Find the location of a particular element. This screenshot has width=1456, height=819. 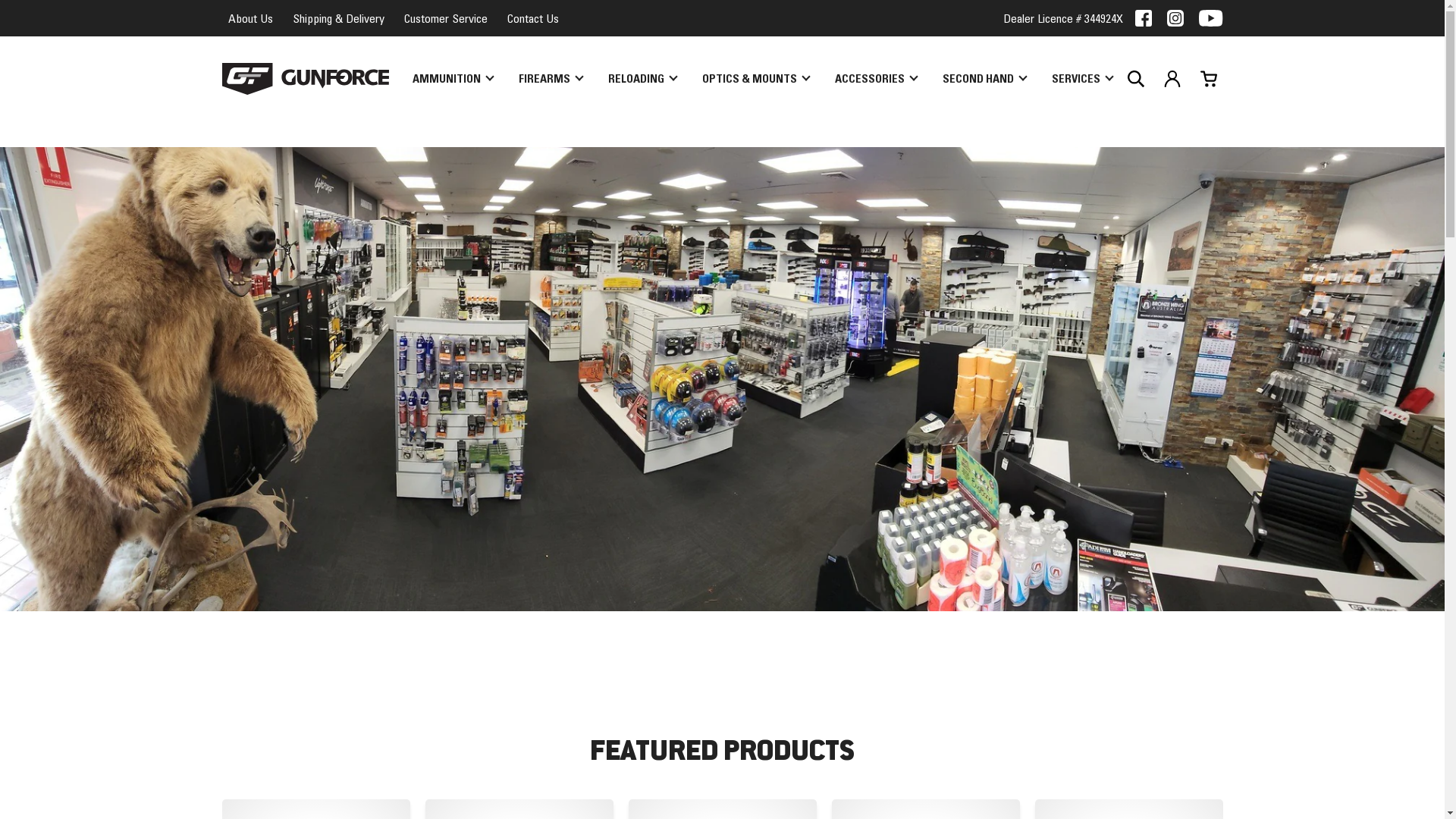

'Youtube' is located at coordinates (1210, 17).